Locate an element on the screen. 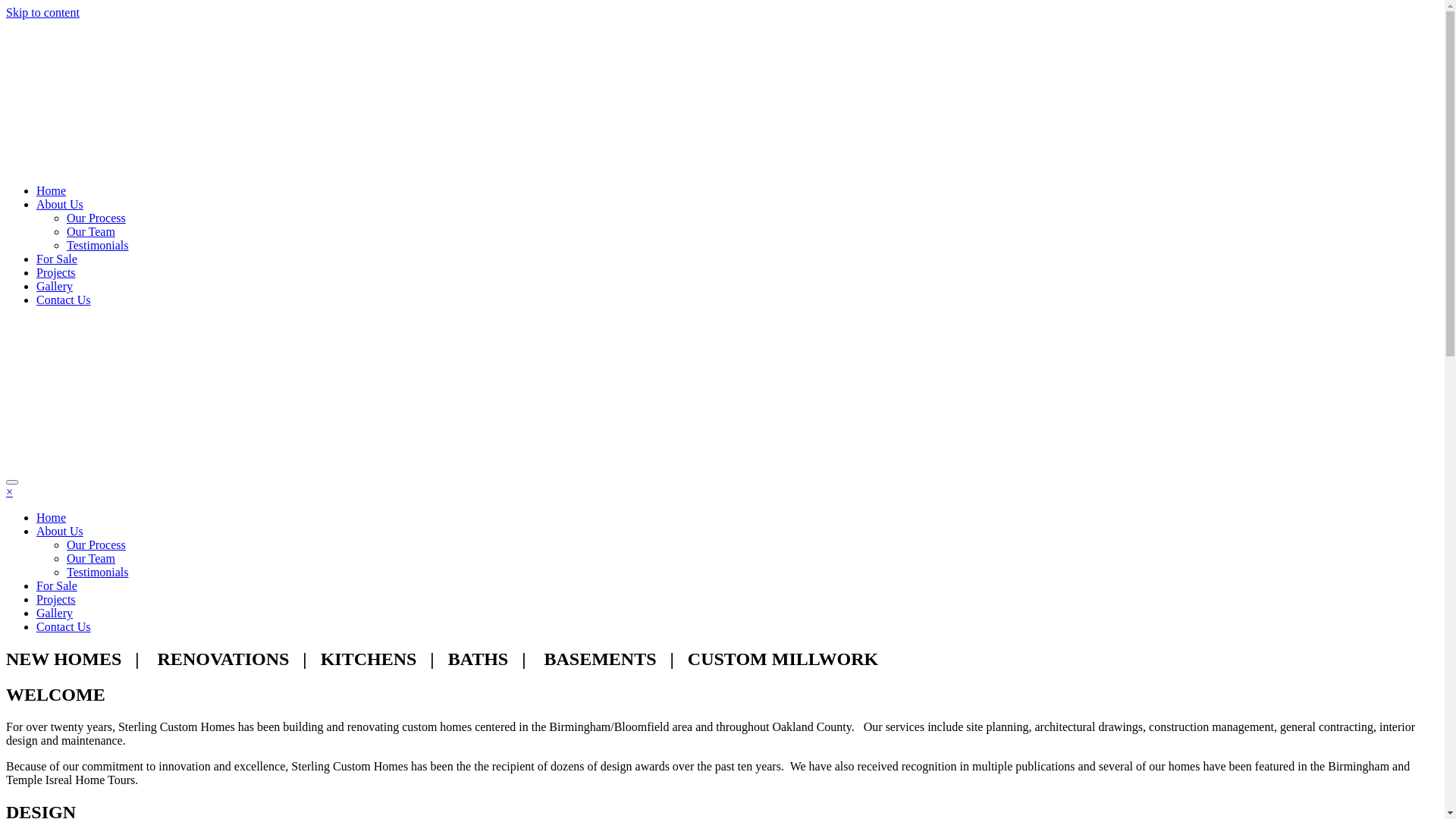 The height and width of the screenshot is (819, 1456). 'Logo-for-Embroidery-nobg' is located at coordinates (394, 94).